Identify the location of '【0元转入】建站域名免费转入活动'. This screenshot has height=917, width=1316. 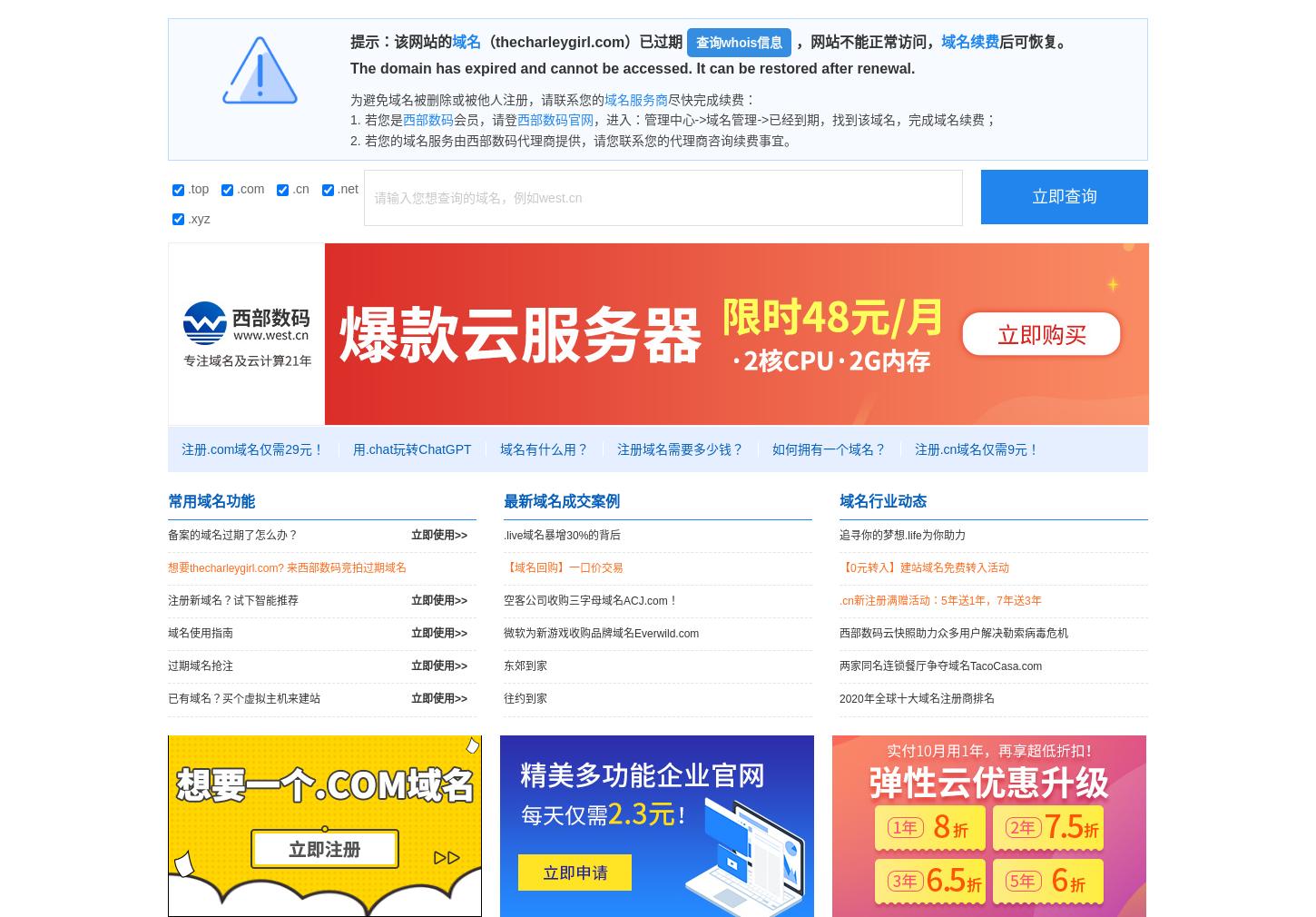
(838, 566).